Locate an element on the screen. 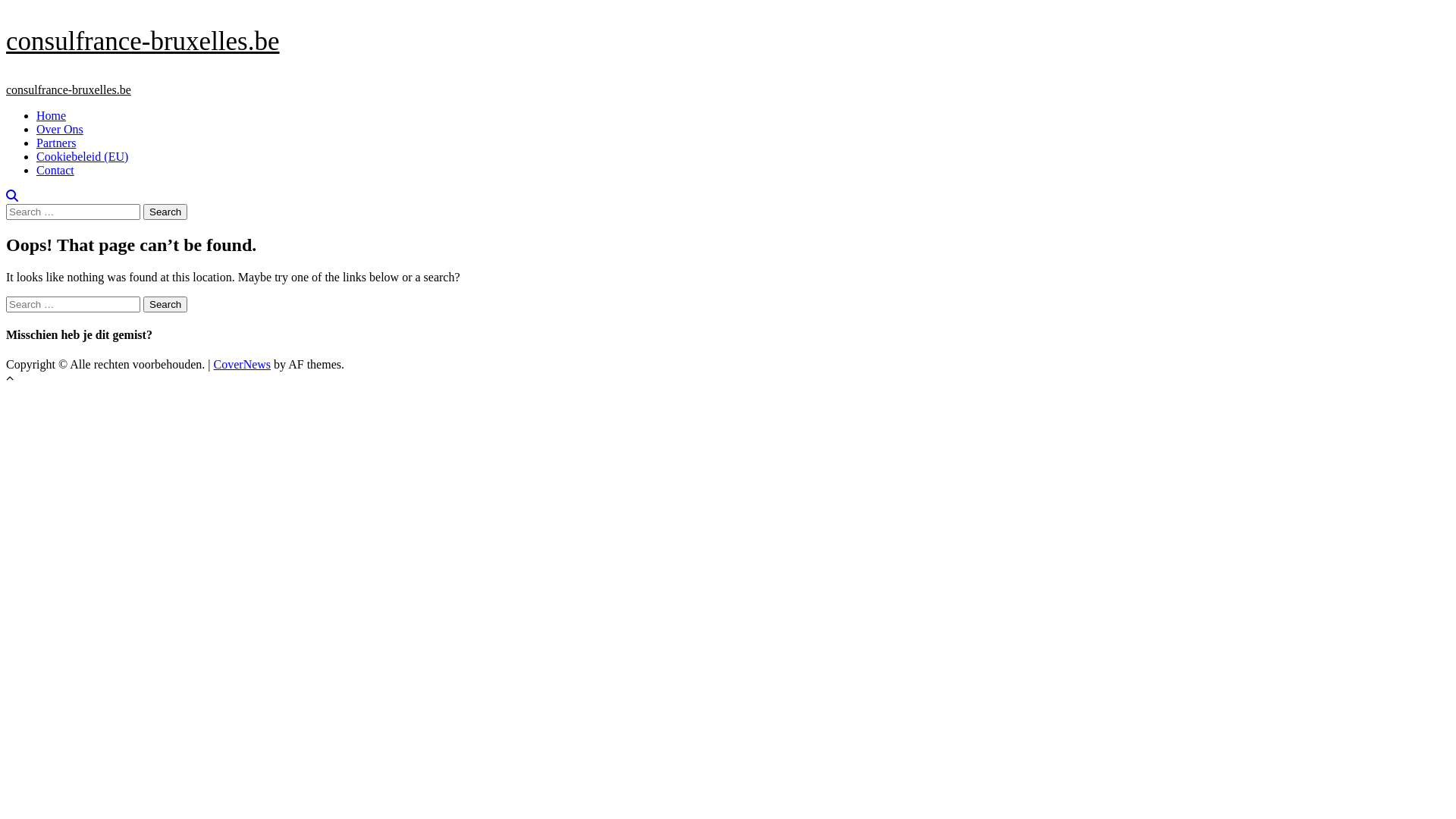 This screenshot has width=1456, height=819. 'CoverNews' is located at coordinates (213, 364).